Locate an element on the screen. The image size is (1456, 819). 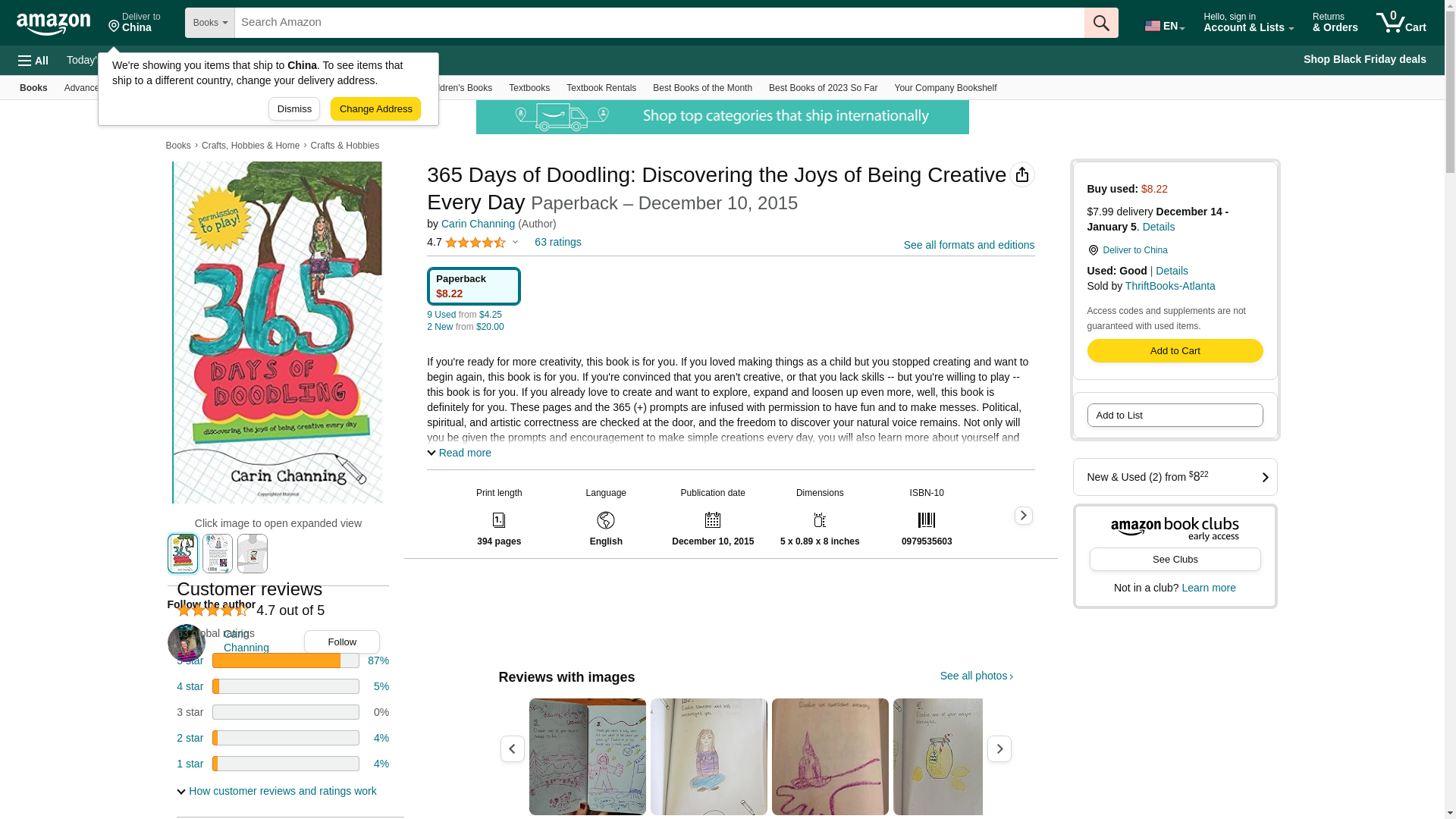
'Best Books of 2023 So Far' is located at coordinates (822, 87).